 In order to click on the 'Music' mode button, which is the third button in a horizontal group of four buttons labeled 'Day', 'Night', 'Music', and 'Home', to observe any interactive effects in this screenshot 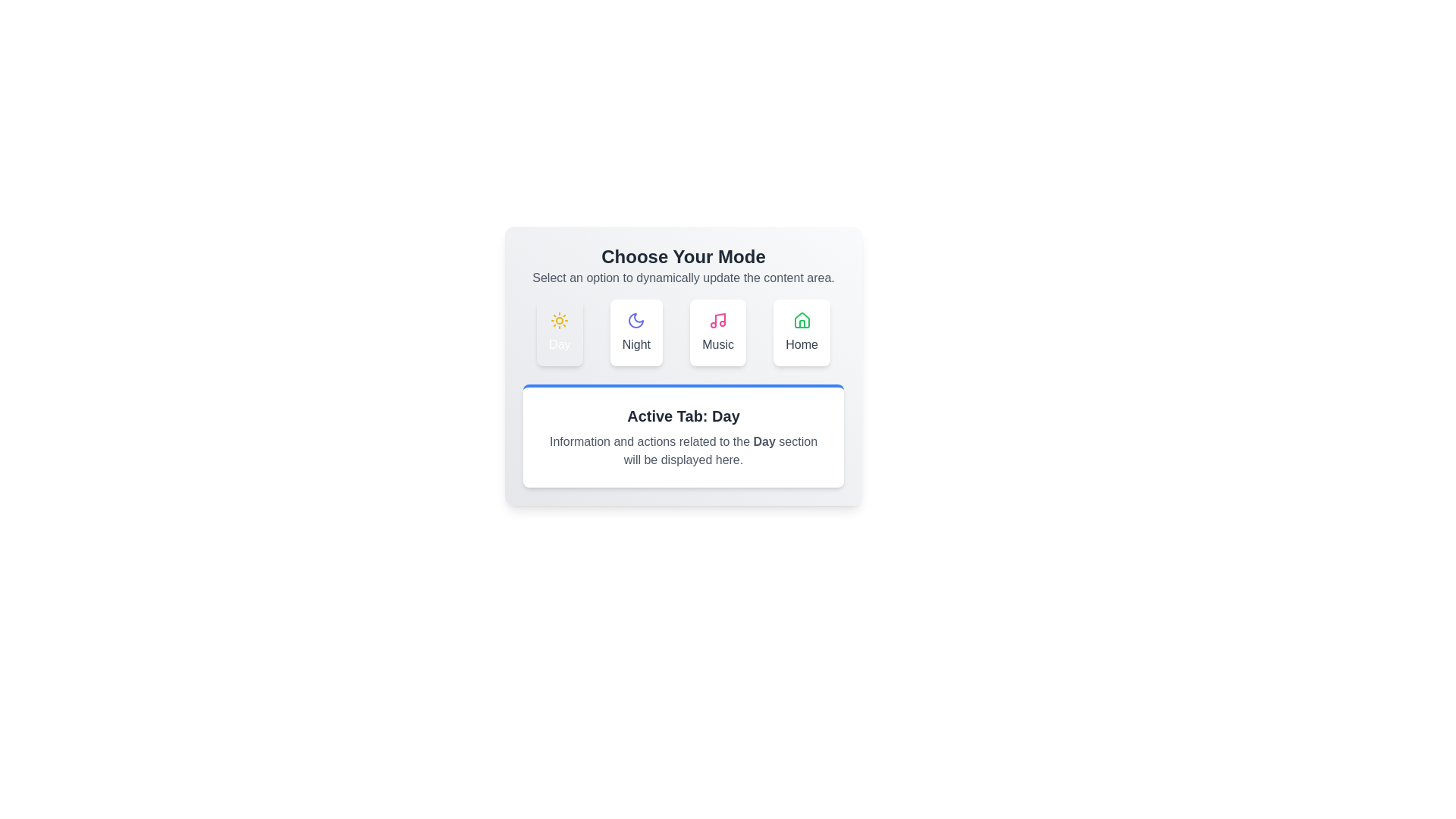, I will do `click(717, 332)`.